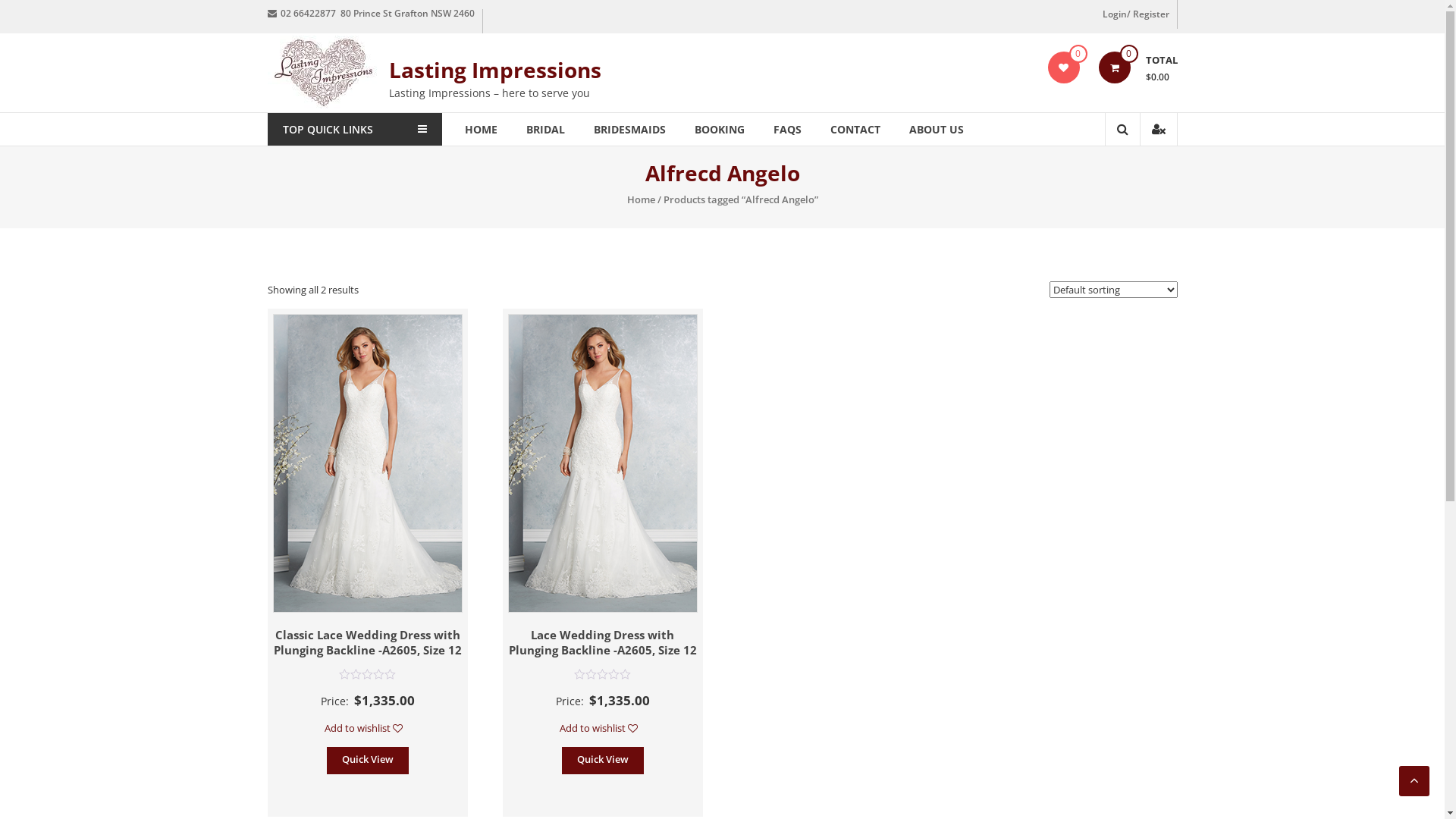 This screenshot has width=1456, height=819. Describe the element at coordinates (1113, 66) in the screenshot. I see `'0'` at that location.